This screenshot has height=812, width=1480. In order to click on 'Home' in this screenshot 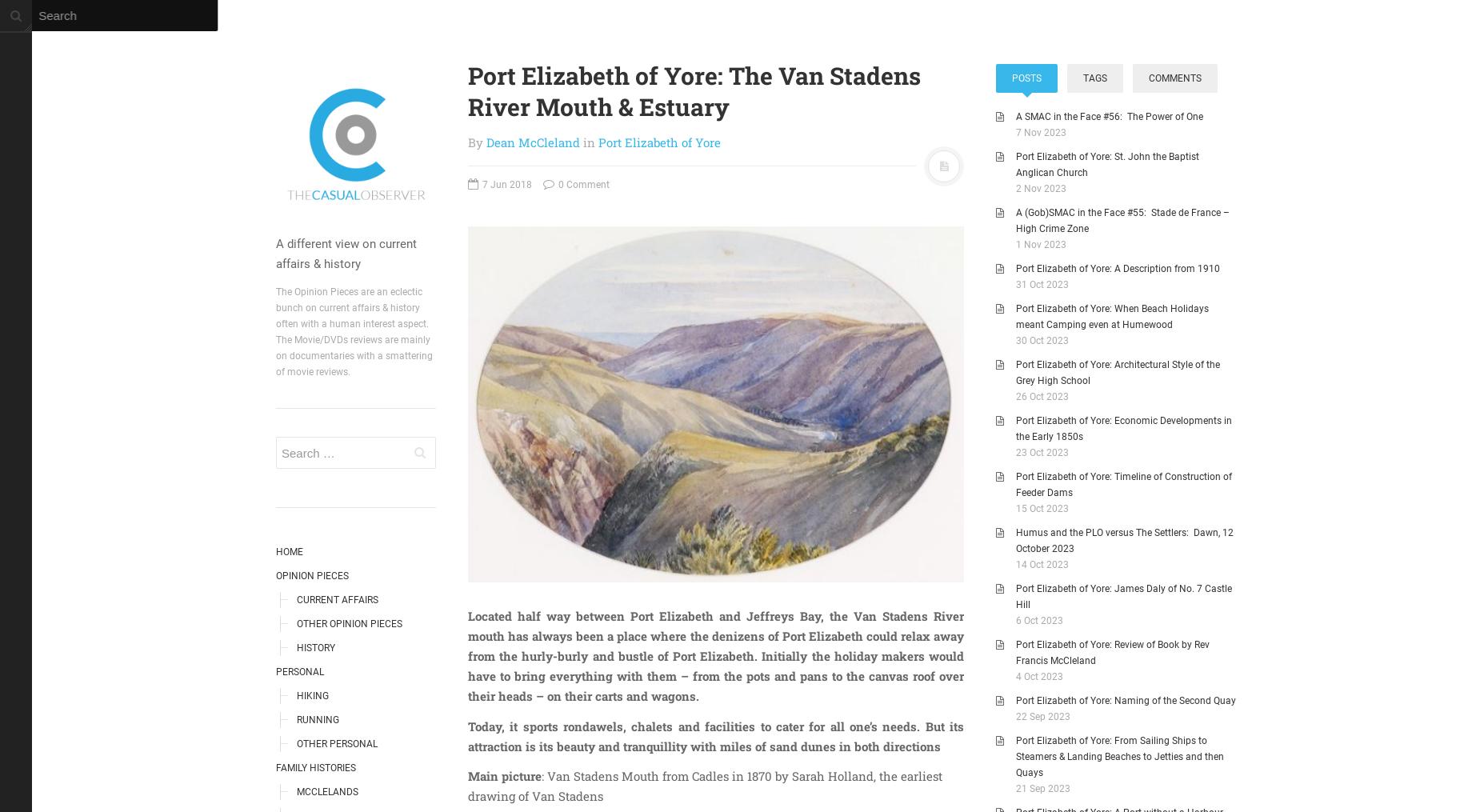, I will do `click(289, 550)`.